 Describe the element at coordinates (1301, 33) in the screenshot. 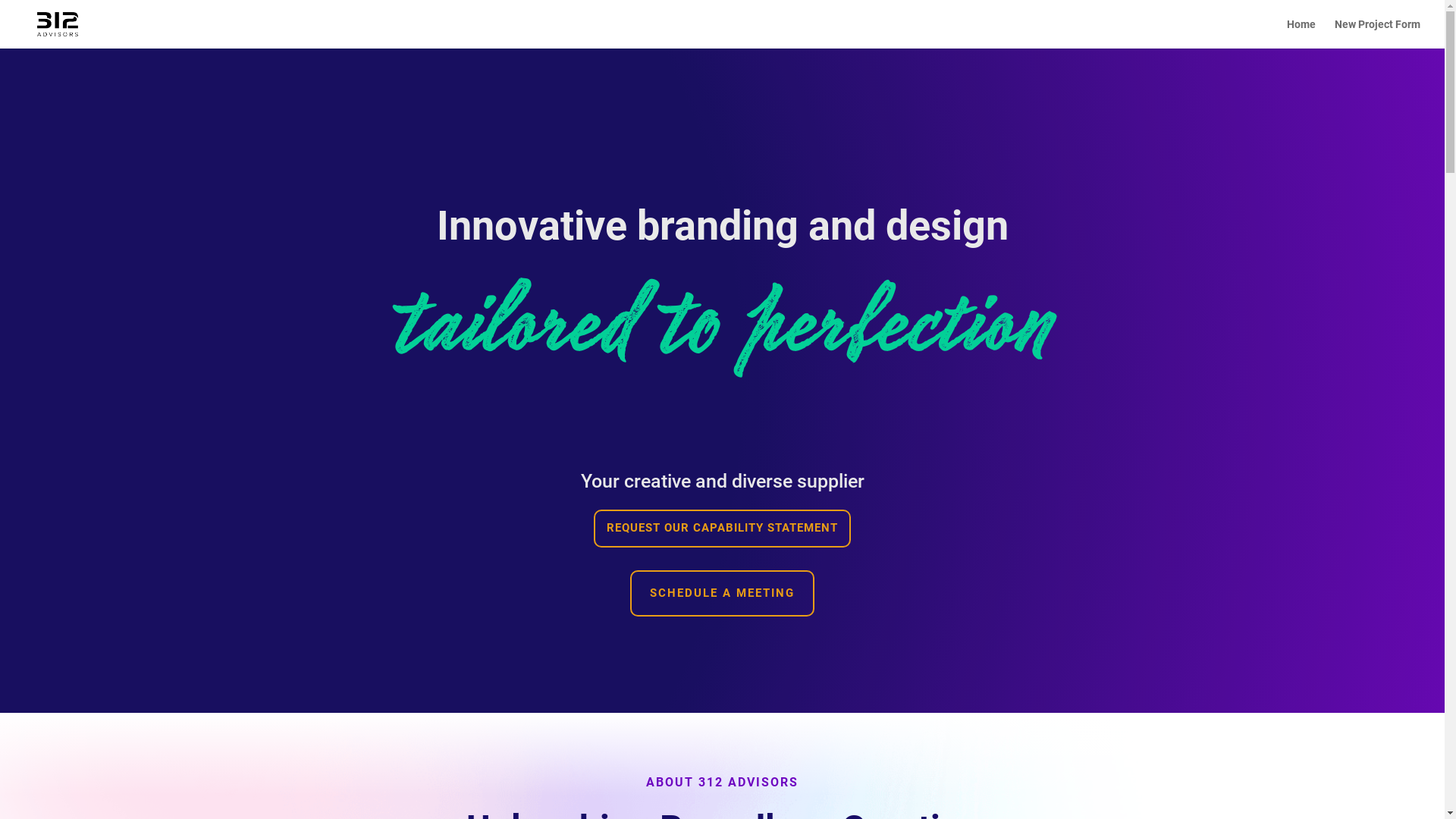

I see `'Home'` at that location.